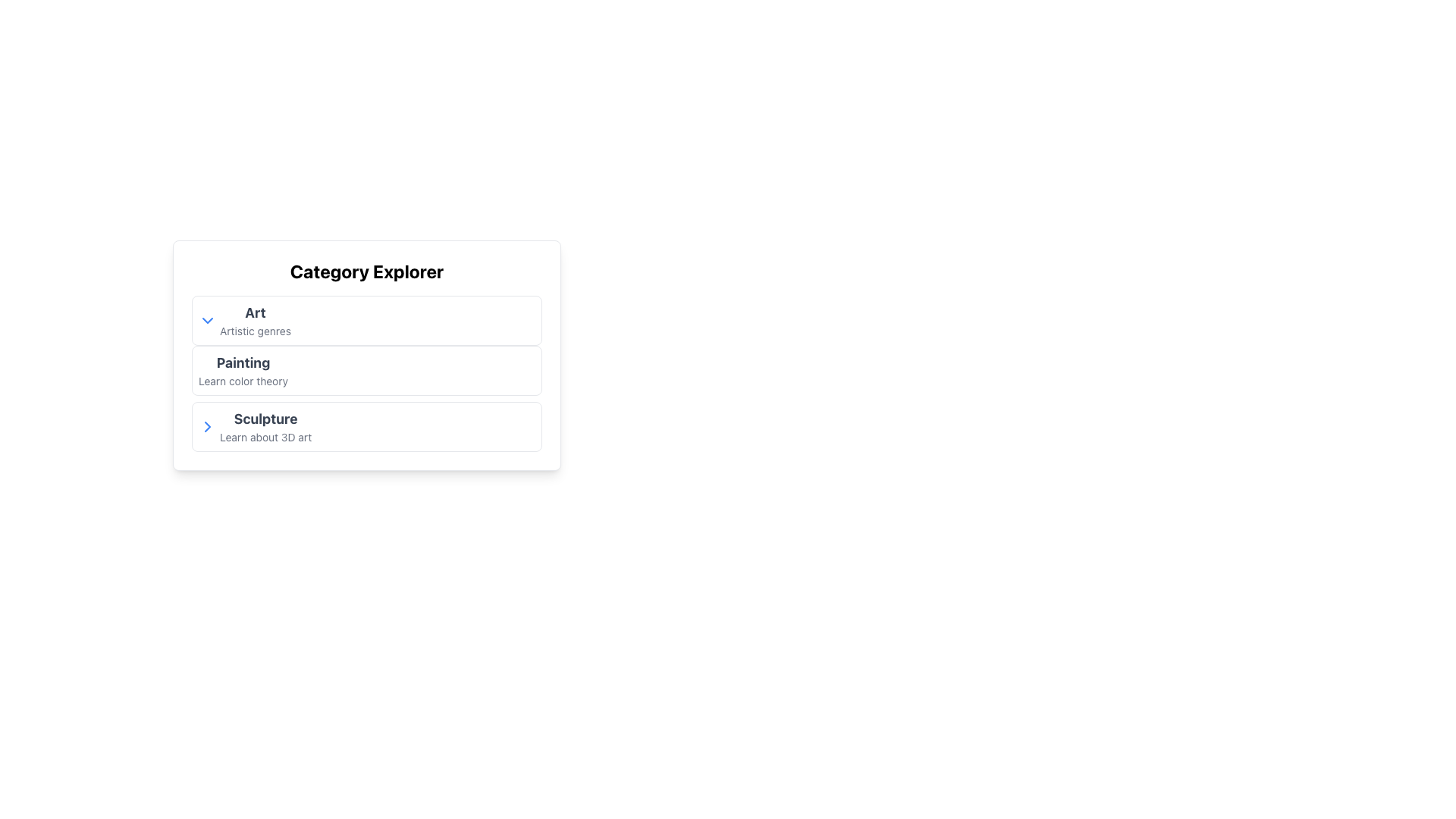 The width and height of the screenshot is (1456, 819). What do you see at coordinates (206, 427) in the screenshot?
I see `the right-pointing blue arrow icon located to the left of the text 'Sculpture'` at bounding box center [206, 427].